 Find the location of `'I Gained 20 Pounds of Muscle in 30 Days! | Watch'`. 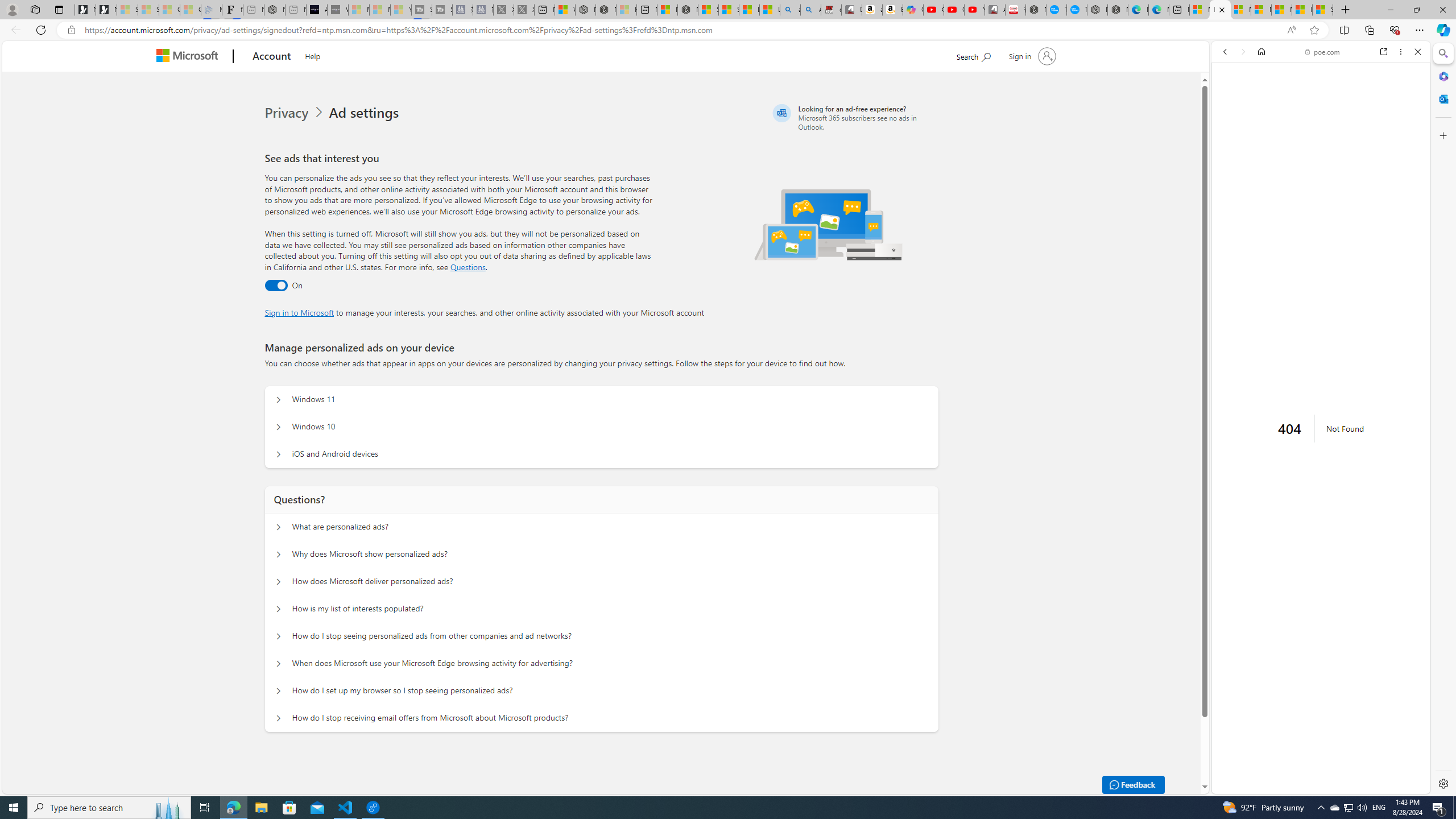

'I Gained 20 Pounds of Muscle in 30 Days! | Watch' is located at coordinates (1301, 9).